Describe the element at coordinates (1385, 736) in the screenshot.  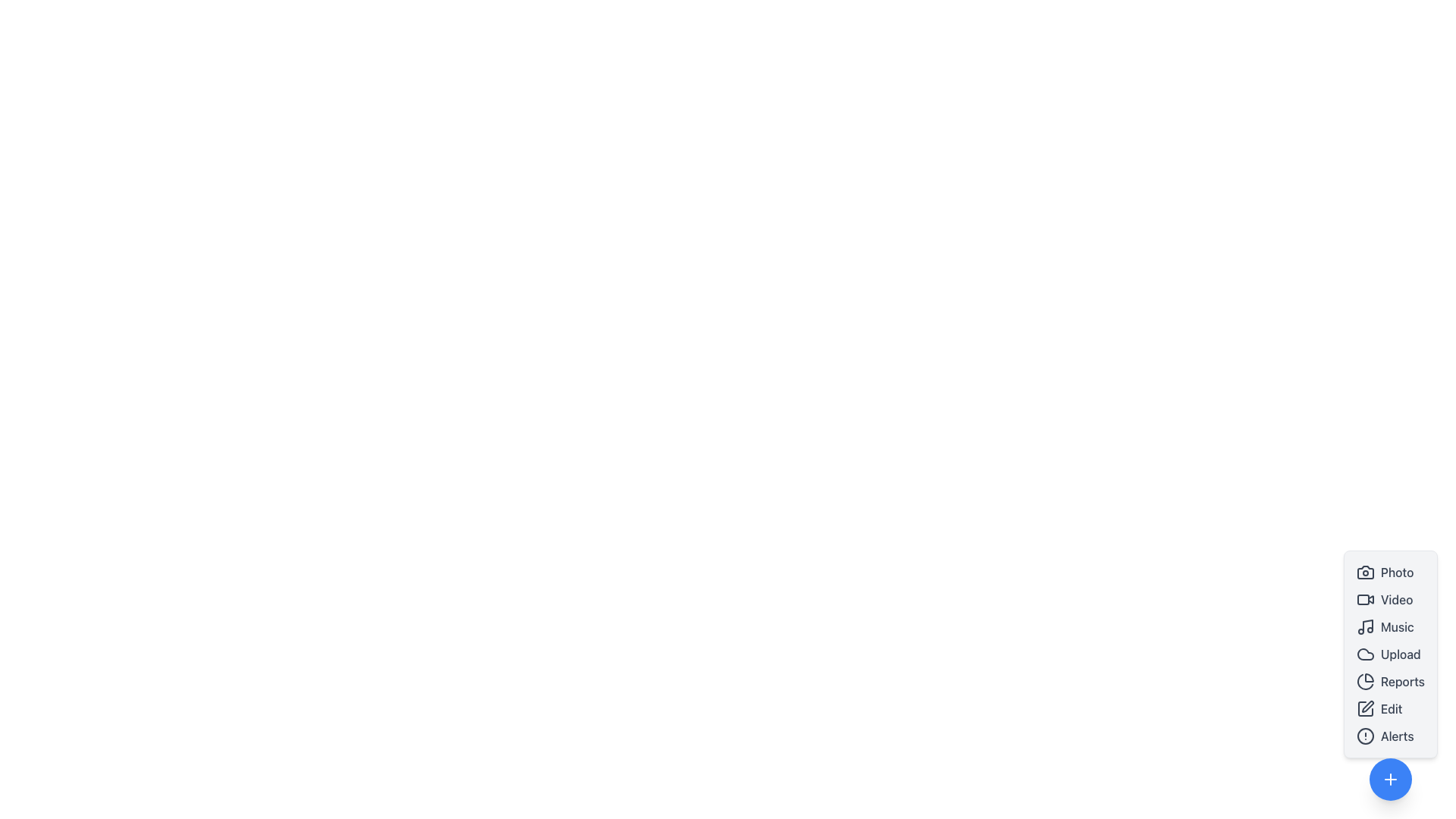
I see `the composite button element that features an alert icon and the text 'Alerts'` at that location.